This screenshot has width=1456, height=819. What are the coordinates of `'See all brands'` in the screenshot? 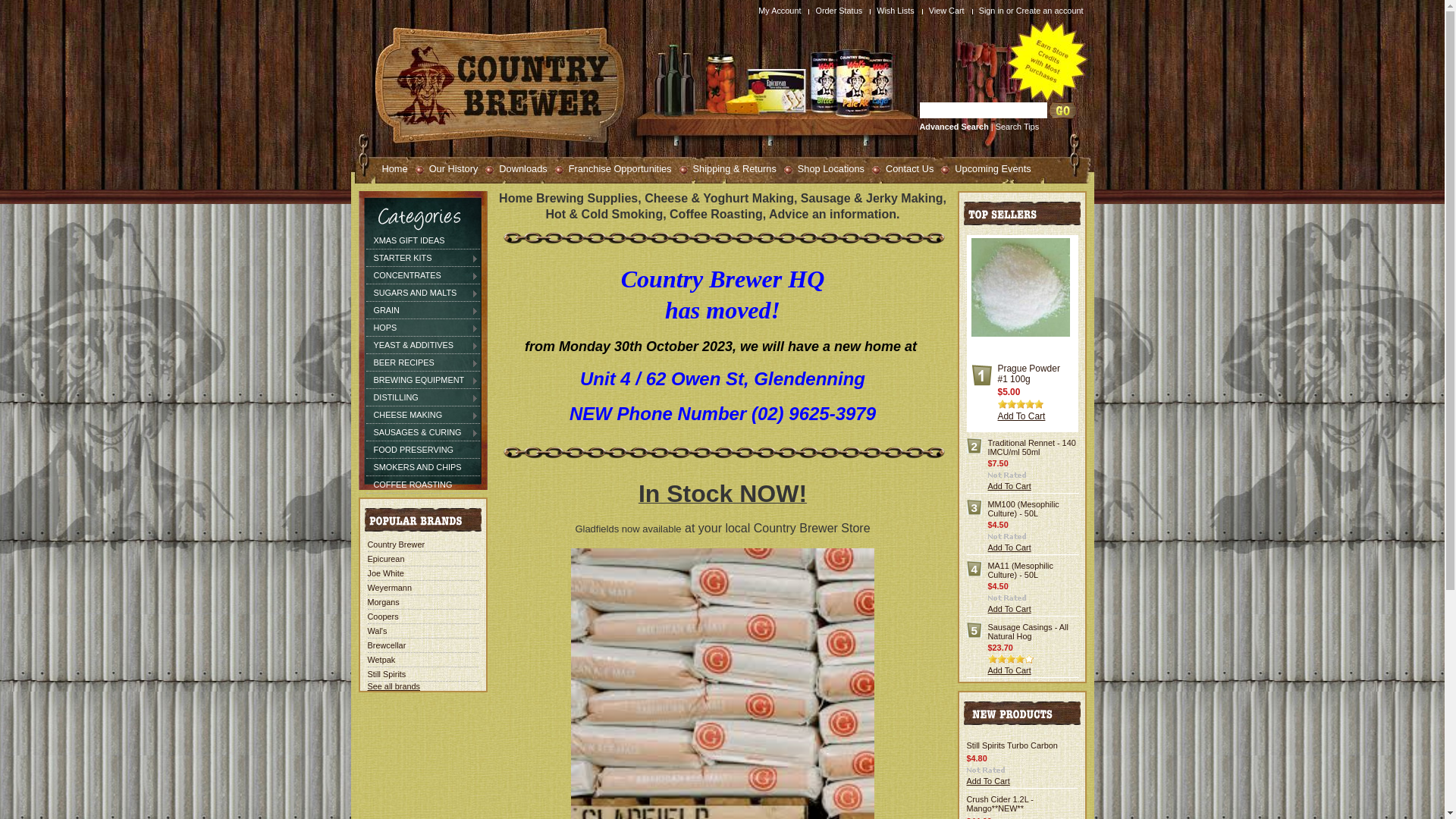 It's located at (393, 686).